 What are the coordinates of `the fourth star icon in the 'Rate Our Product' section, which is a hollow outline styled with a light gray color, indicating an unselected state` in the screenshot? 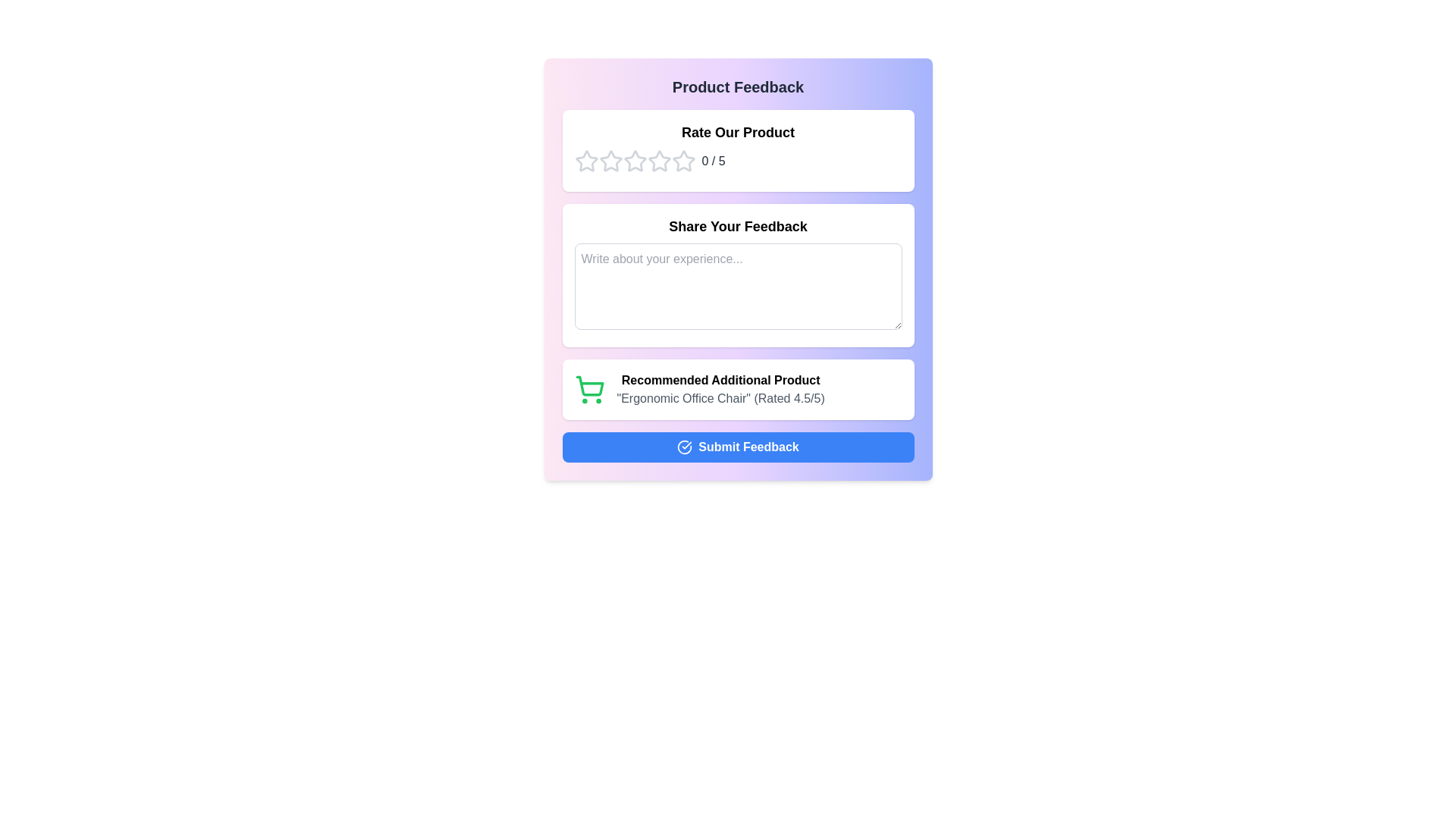 It's located at (635, 161).